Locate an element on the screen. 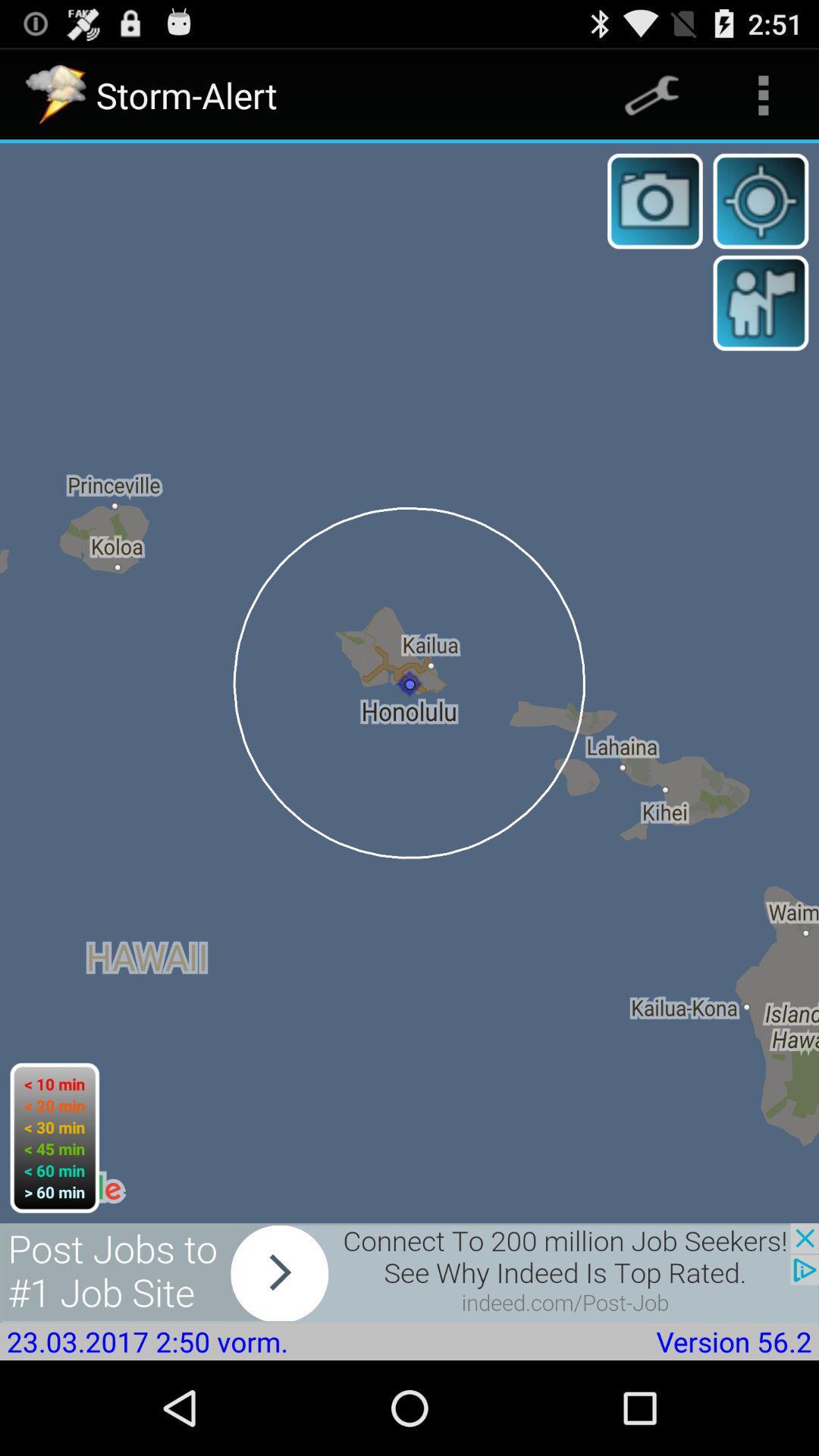 Image resolution: width=819 pixels, height=1456 pixels. advertisement is located at coordinates (409, 1272).